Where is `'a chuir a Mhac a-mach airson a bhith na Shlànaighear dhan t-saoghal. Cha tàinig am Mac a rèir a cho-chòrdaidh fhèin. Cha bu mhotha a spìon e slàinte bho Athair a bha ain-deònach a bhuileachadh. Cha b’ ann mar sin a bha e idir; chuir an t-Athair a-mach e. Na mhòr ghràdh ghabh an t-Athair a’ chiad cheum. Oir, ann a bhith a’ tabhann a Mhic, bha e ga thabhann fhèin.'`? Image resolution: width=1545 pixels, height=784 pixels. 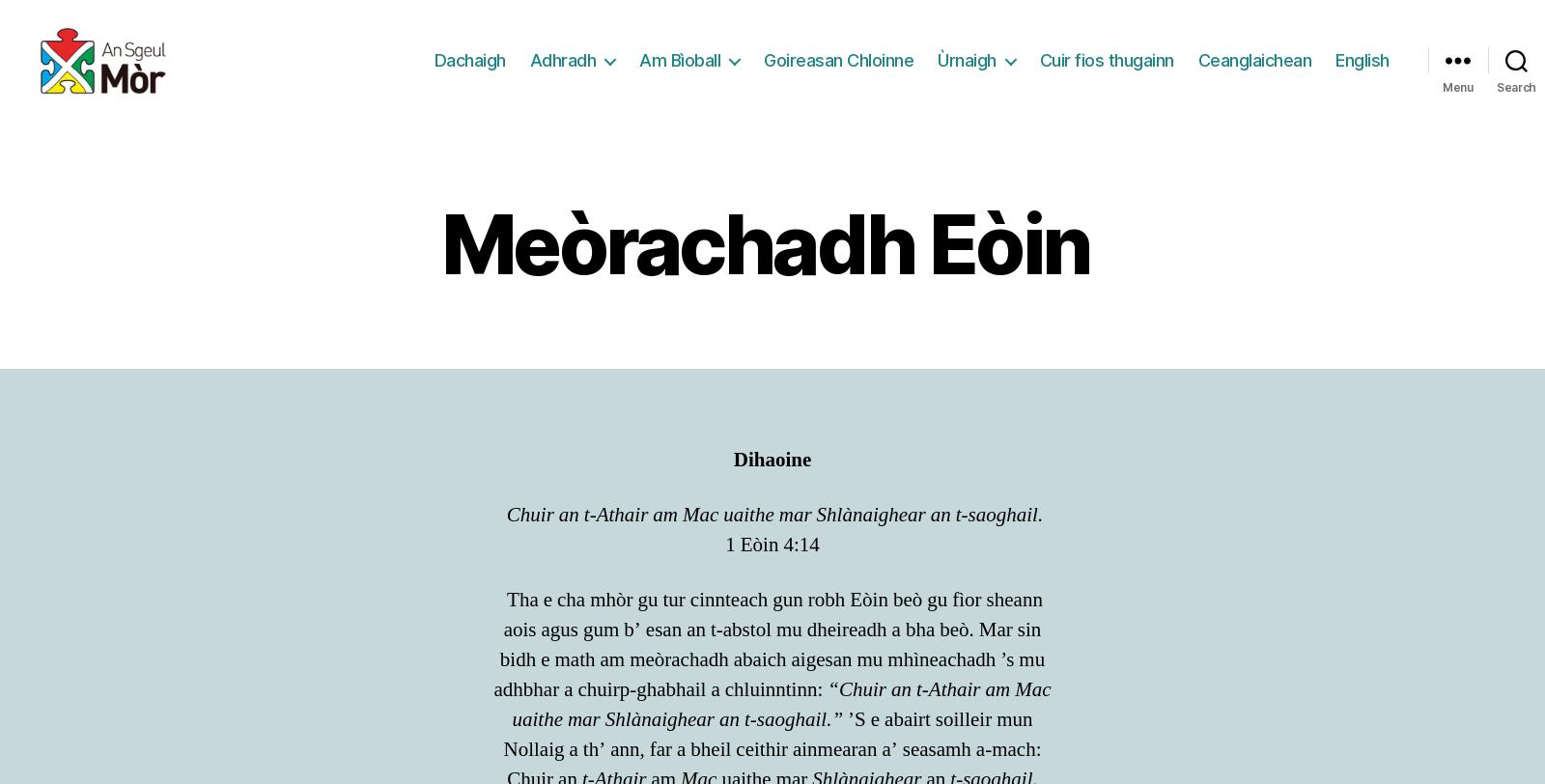 'a chuir a Mhac a-mach airson a bhith na Shlànaighear dhan t-saoghal. Cha tàinig am Mac a rèir a cho-chòrdaidh fhèin. Cha bu mhotha a spìon e slàinte bho Athair a bha ain-deònach a bhuileachadh. Cha b’ ann mar sin a bha e idir; chuir an t-Athair a-mach e. Na mhòr ghràdh ghabh an t-Athair a’ chiad cheum. Oir, ann a bhith a’ tabhann a Mhic, bha e ga thabhann fhèin.' is located at coordinates (772, 216).